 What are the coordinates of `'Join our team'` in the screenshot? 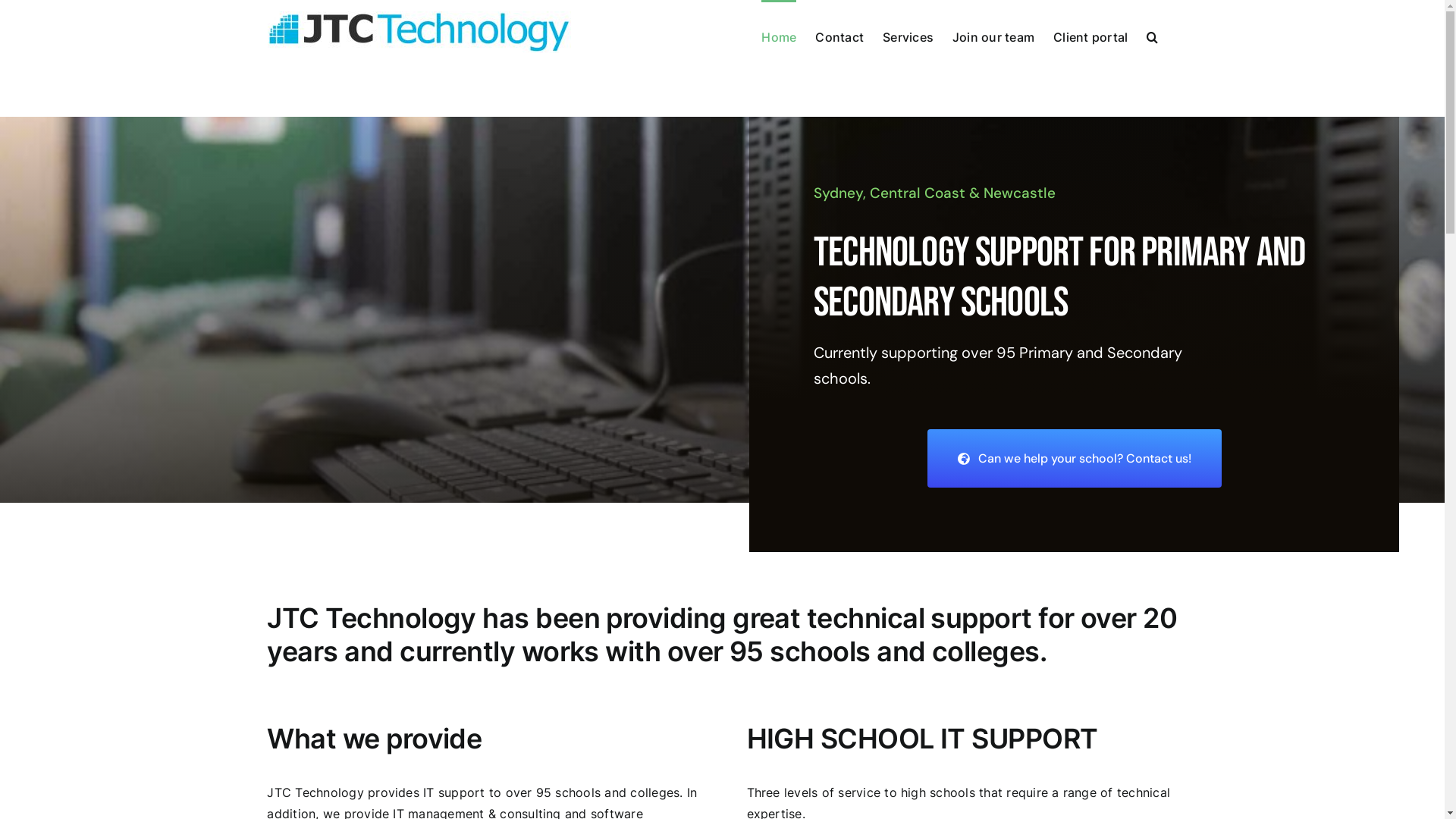 It's located at (993, 34).